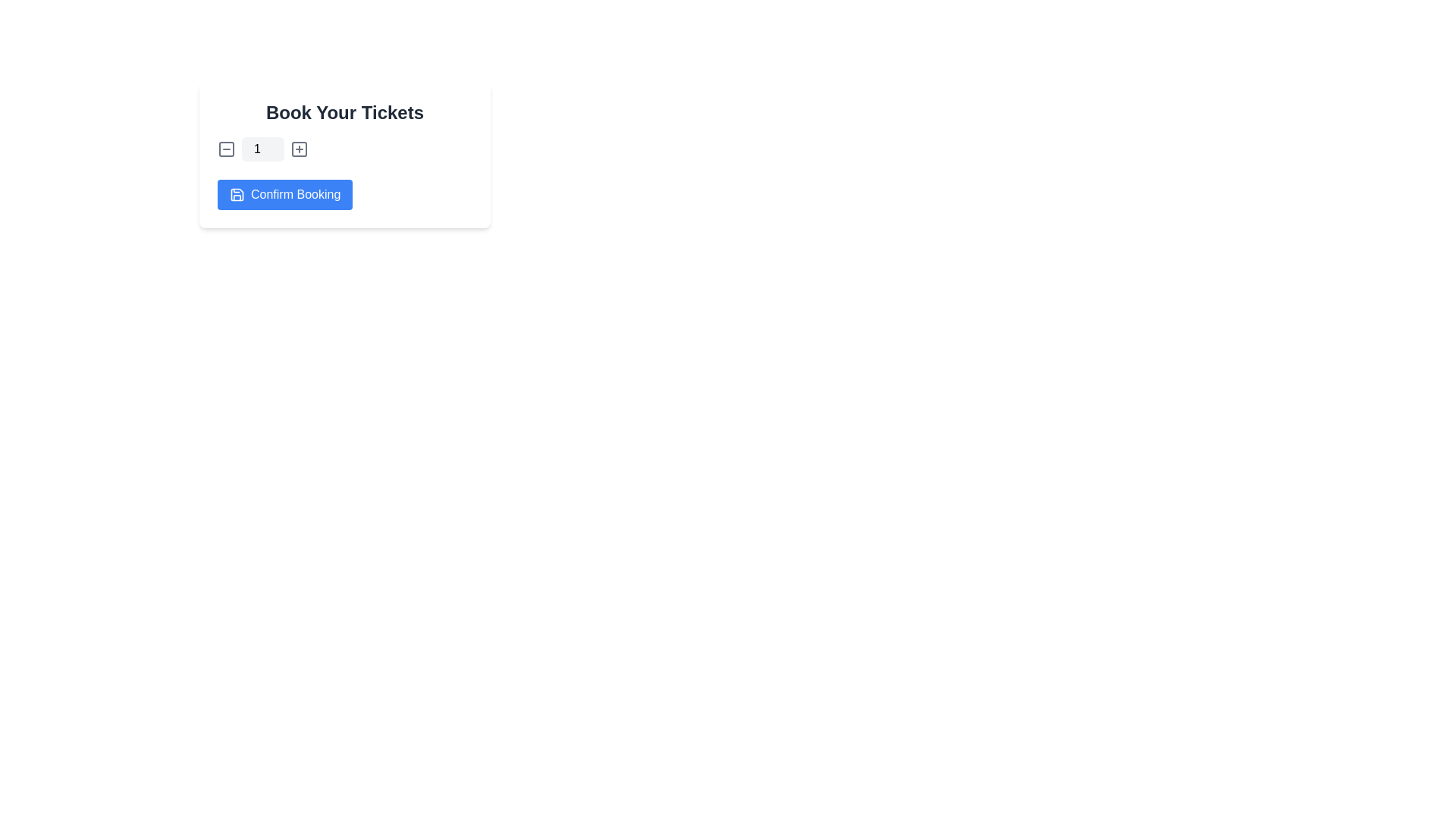  What do you see at coordinates (236, 194) in the screenshot?
I see `the floppy disk icon located on the left side of the 'Confirm Booking' button` at bounding box center [236, 194].